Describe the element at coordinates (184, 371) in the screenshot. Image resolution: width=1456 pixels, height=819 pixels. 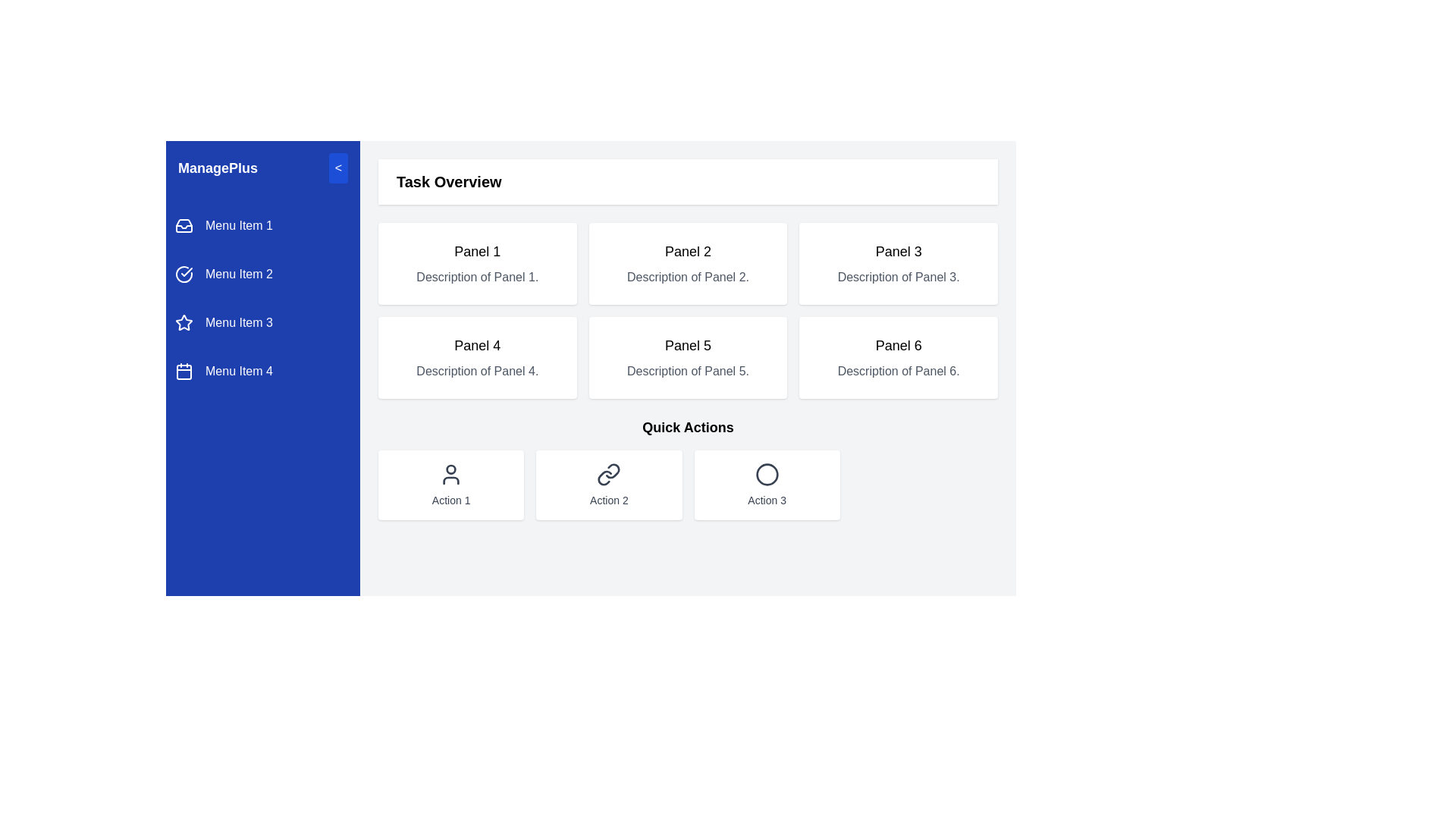
I see `the calendar icon located to the left of 'Menu Item 4' in the fourth position of the vertical navigation panel` at that location.